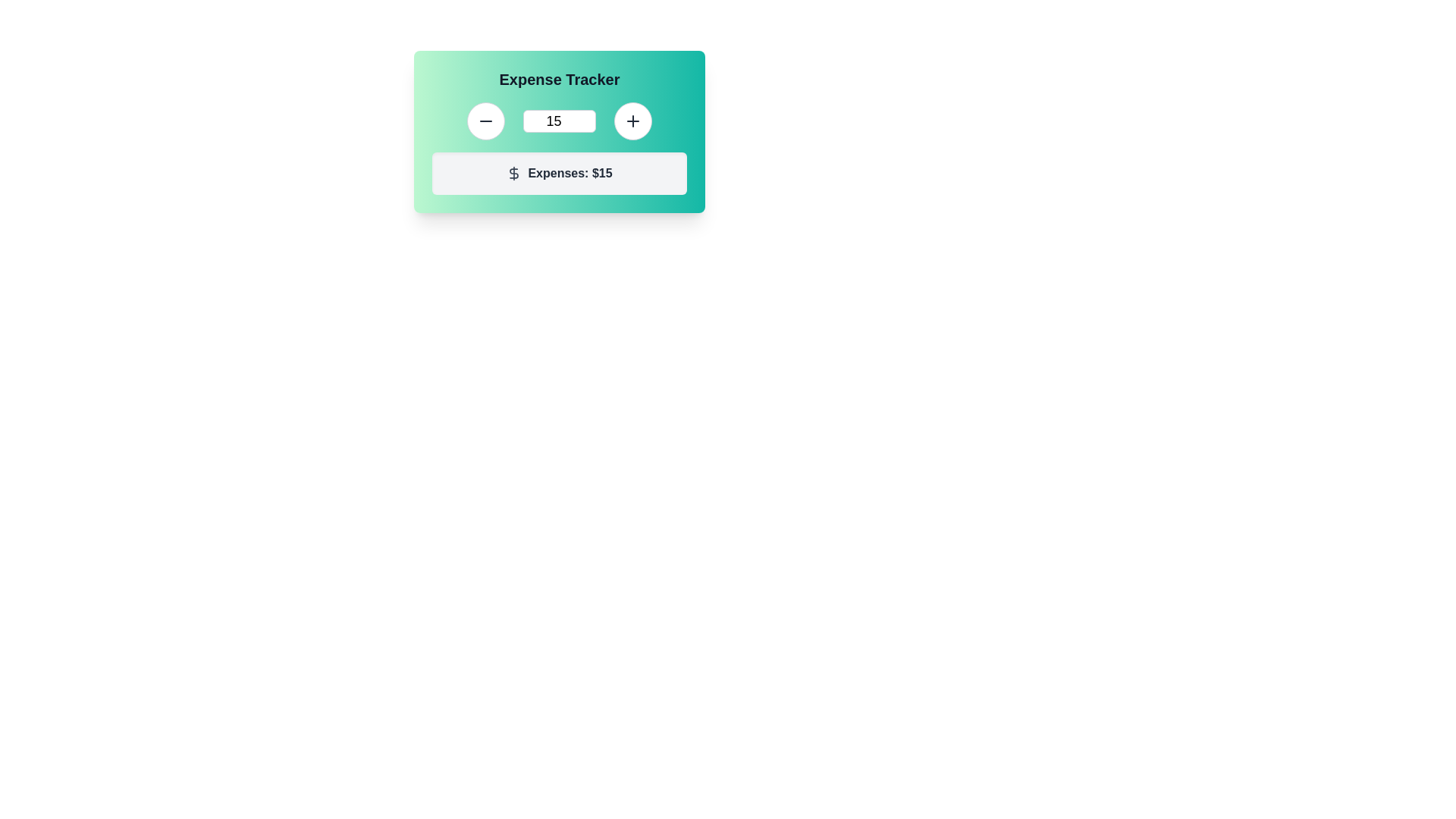 The height and width of the screenshot is (819, 1456). Describe the element at coordinates (514, 172) in the screenshot. I see `the dollar sign icon located to the left of the text 'Expenses: $15' within the light gray box below the 'Expense Tracker' header` at that location.